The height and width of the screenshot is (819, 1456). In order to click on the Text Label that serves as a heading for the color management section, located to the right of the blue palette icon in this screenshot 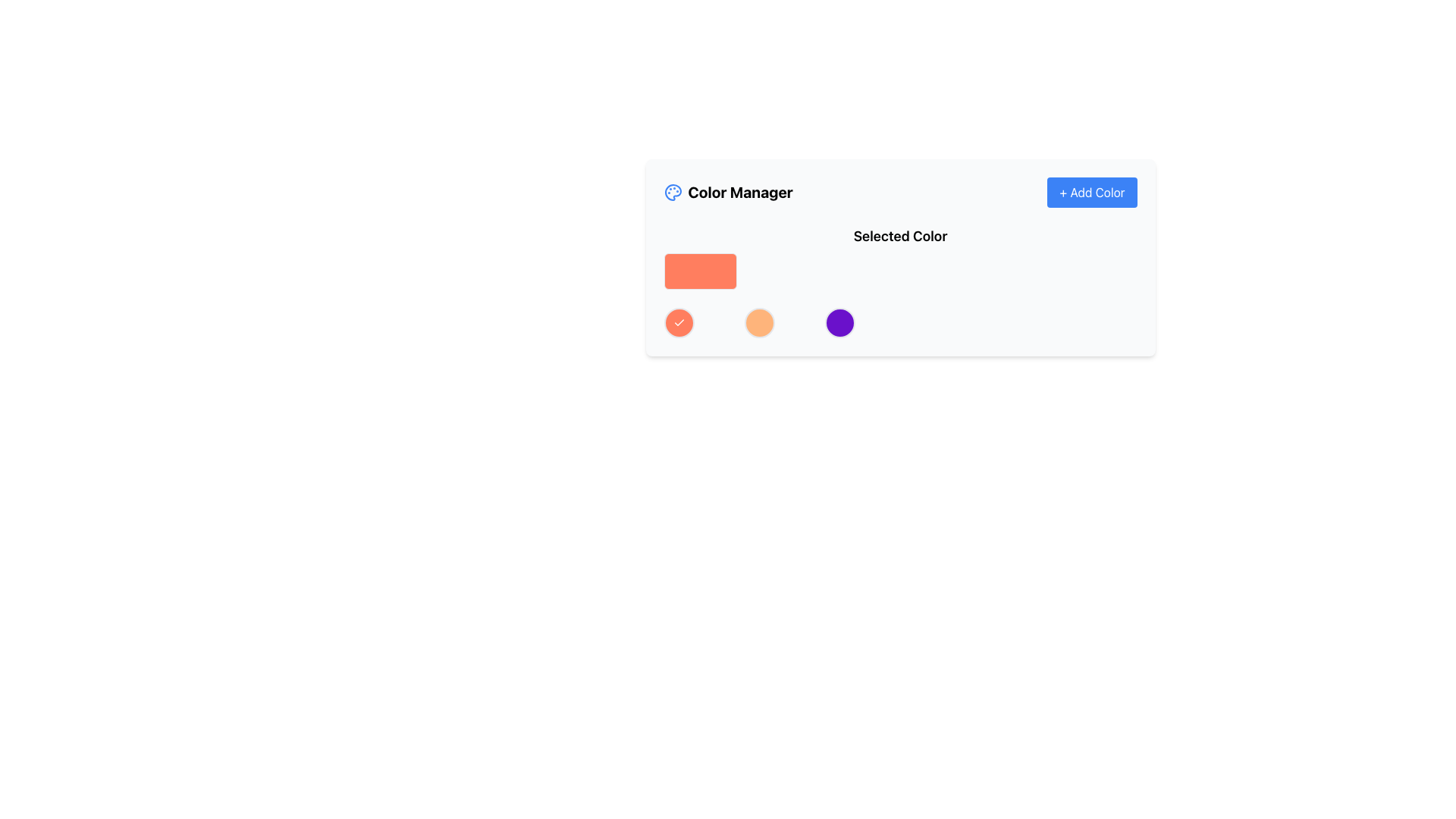, I will do `click(740, 192)`.